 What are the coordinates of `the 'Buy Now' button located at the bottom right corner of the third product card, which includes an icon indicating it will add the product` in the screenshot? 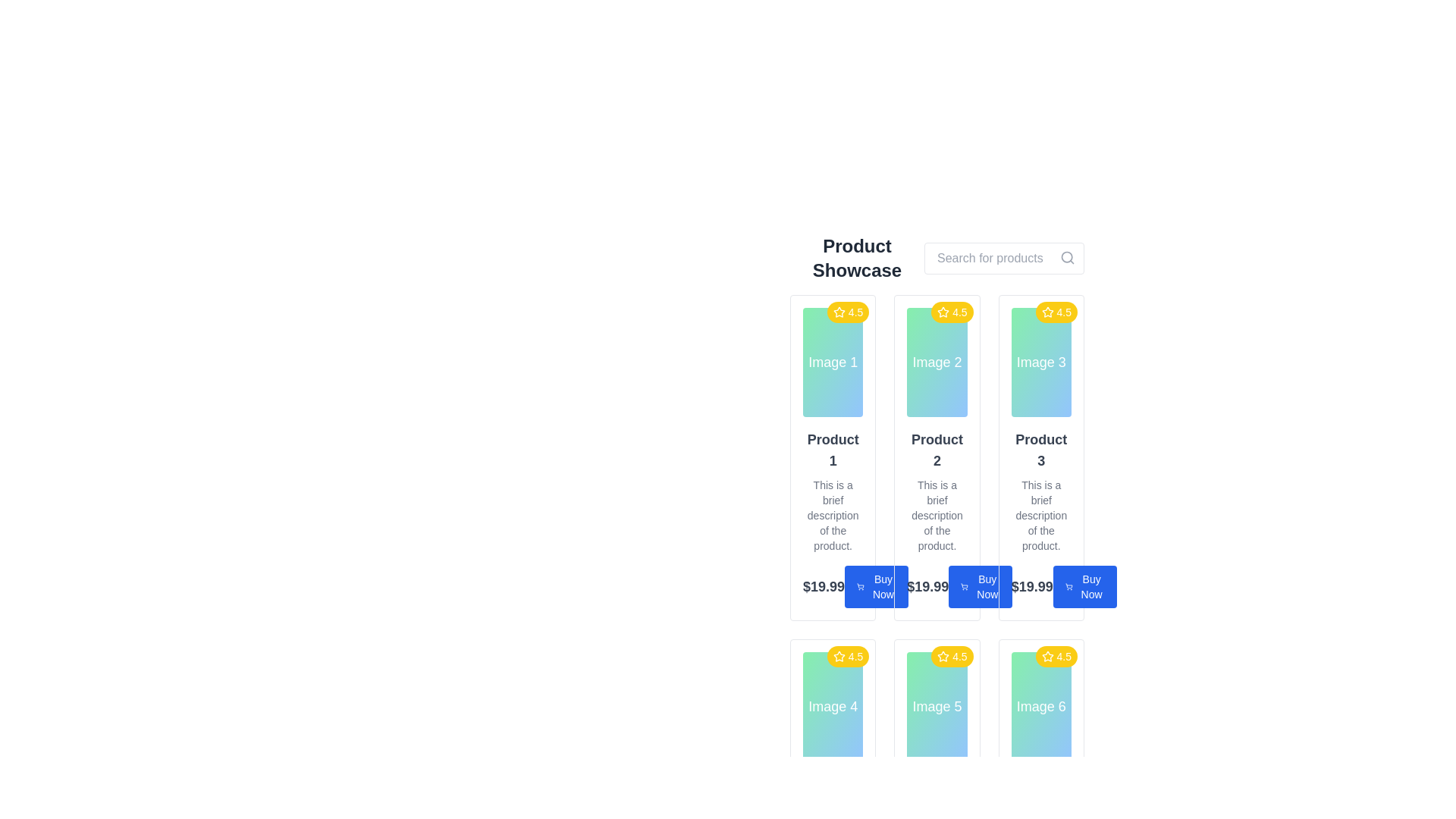 It's located at (1068, 586).